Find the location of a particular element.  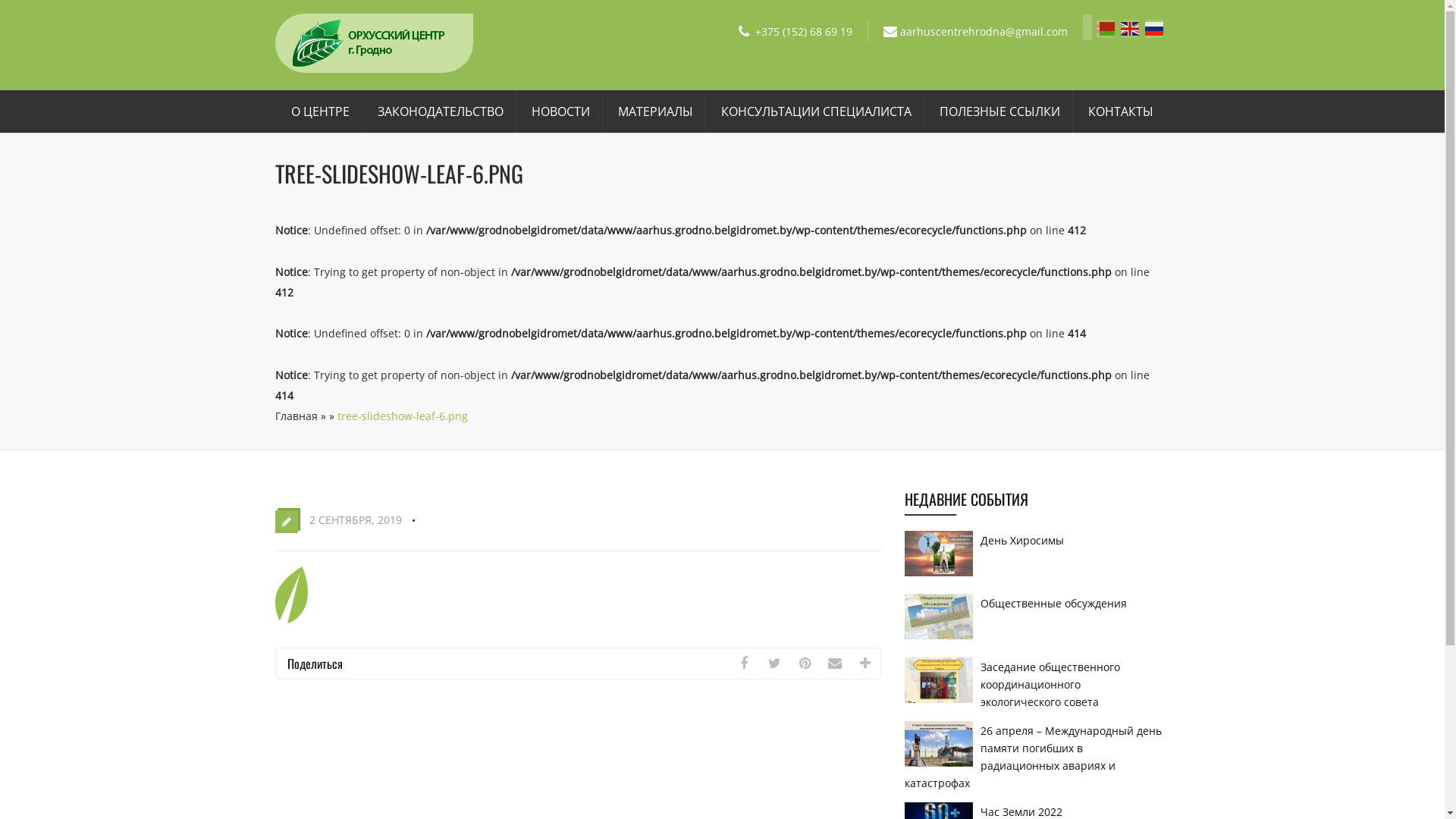

'English' is located at coordinates (1132, 27).